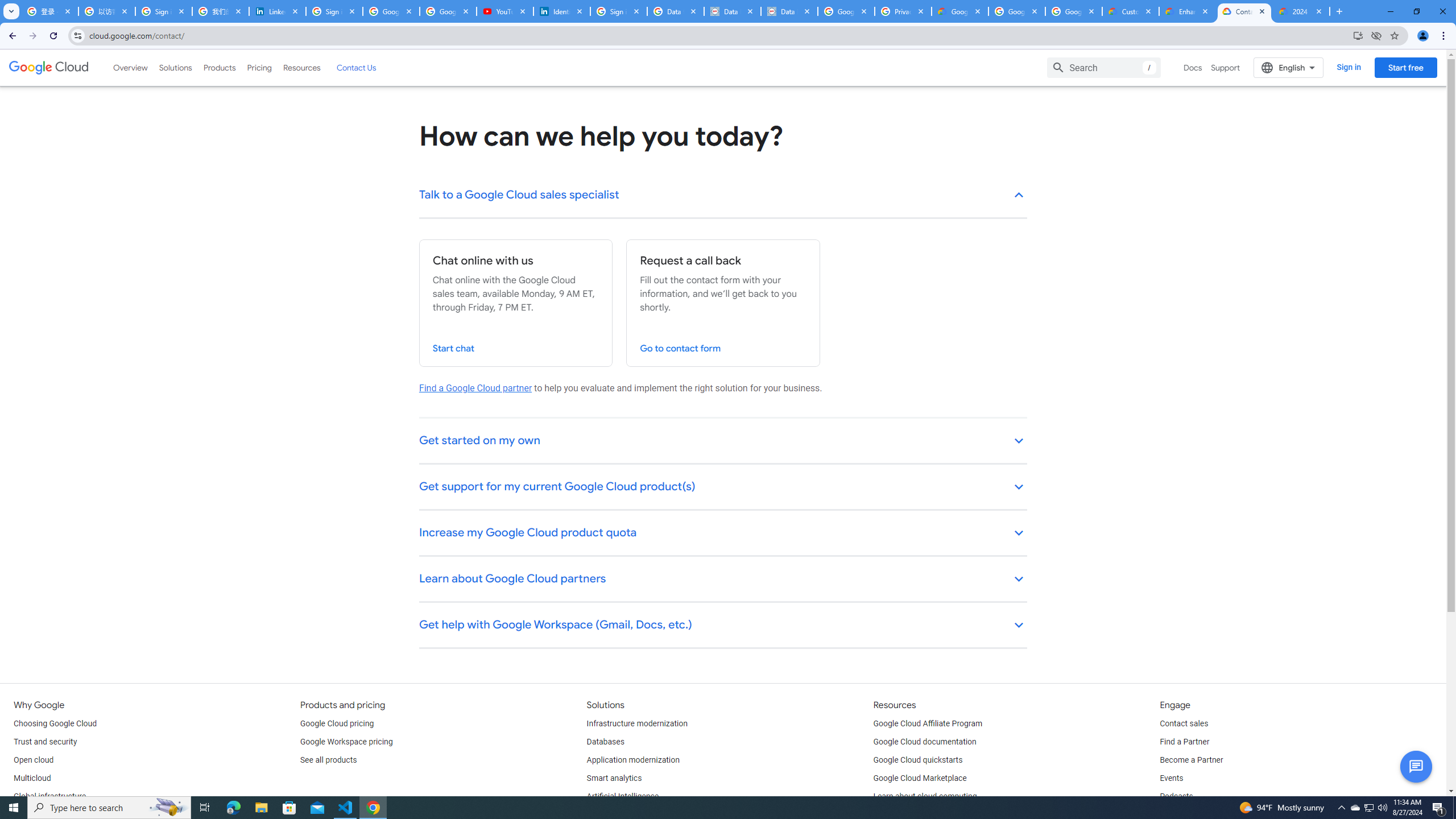 The width and height of the screenshot is (1456, 819). Describe the element at coordinates (920, 778) in the screenshot. I see `'Google Cloud Marketplace'` at that location.